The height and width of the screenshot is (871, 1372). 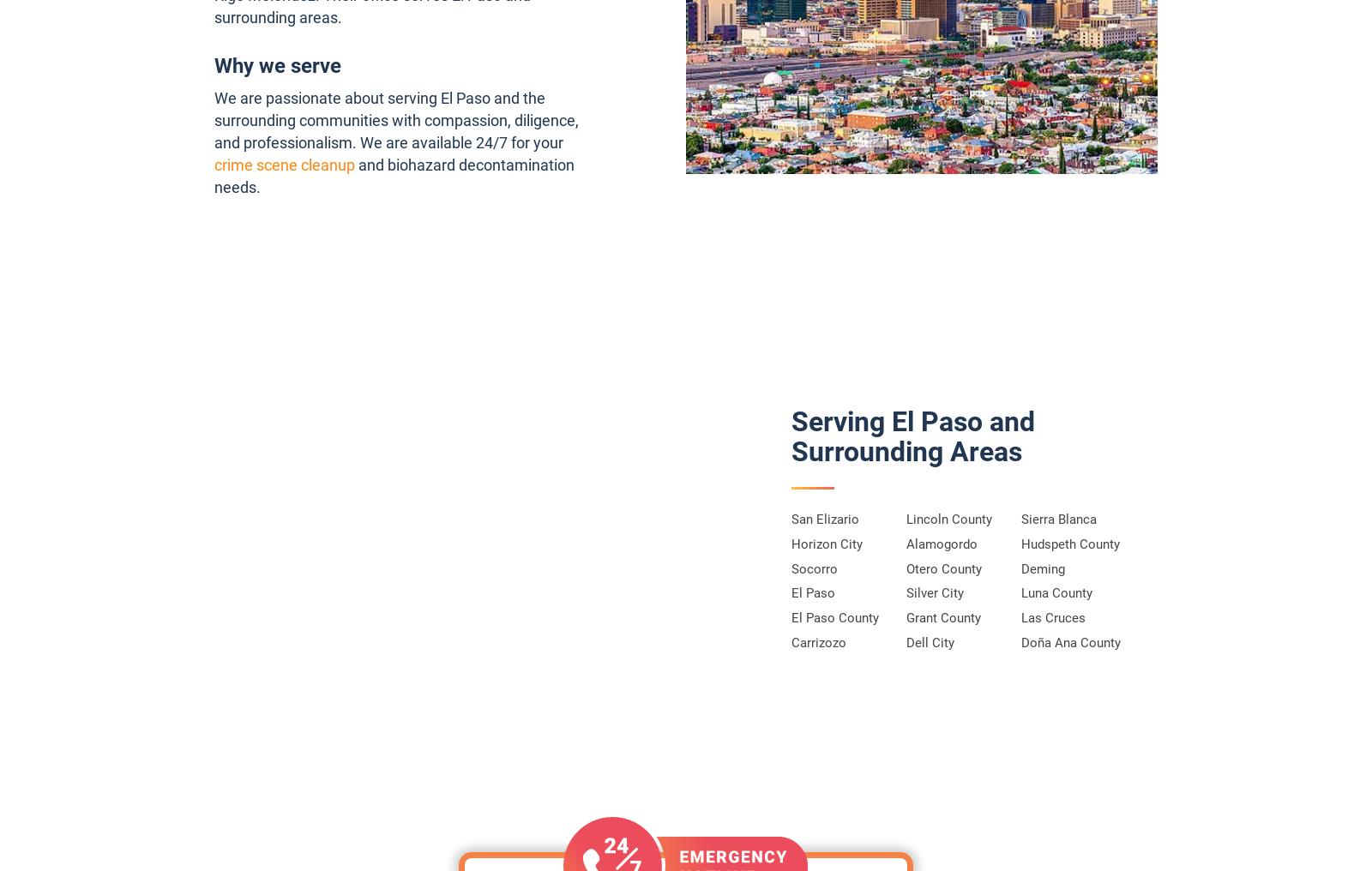 What do you see at coordinates (327, 97) in the screenshot?
I see `'We are passionate about serving'` at bounding box center [327, 97].